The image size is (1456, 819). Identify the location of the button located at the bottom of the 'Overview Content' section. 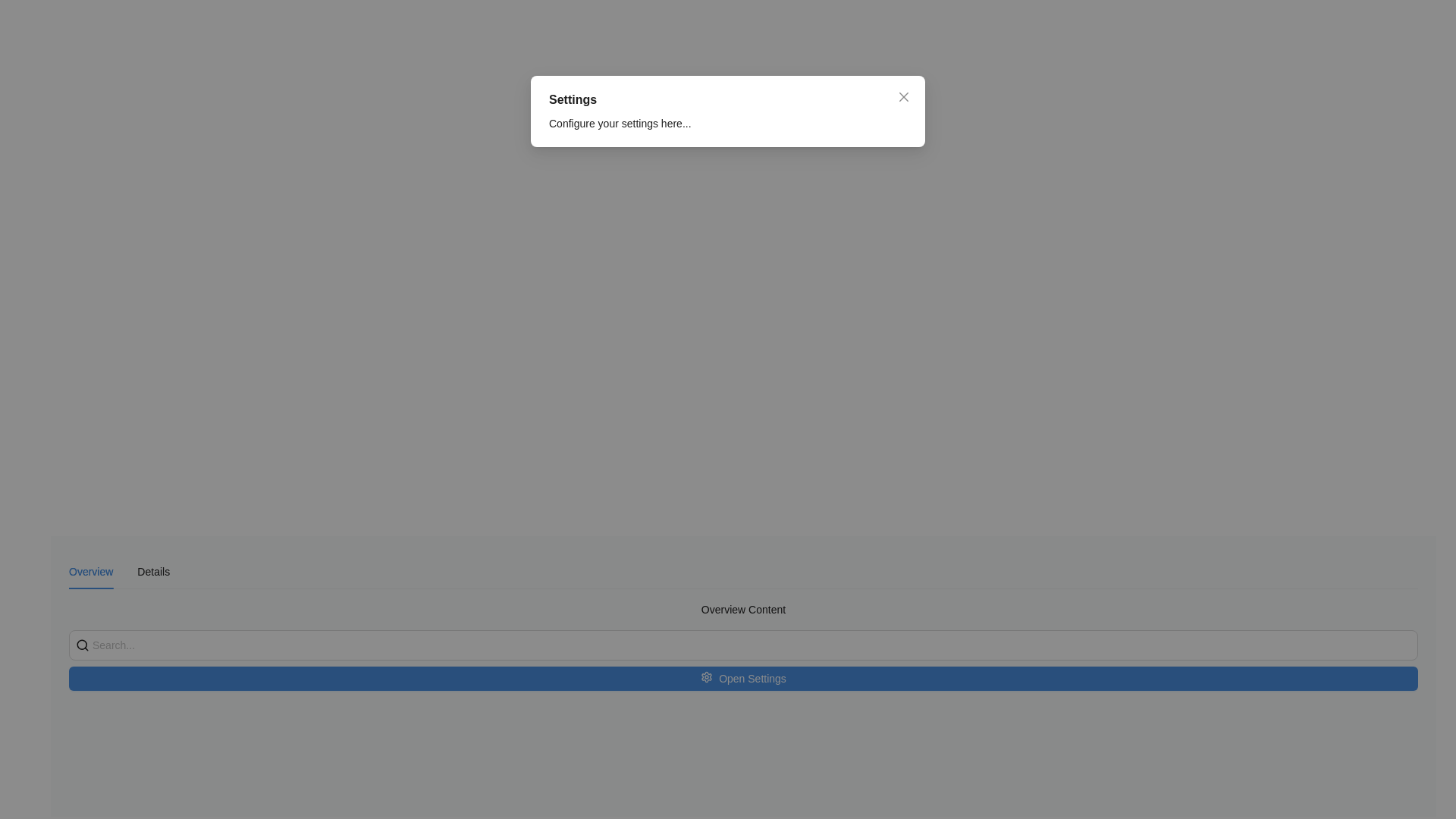
(743, 660).